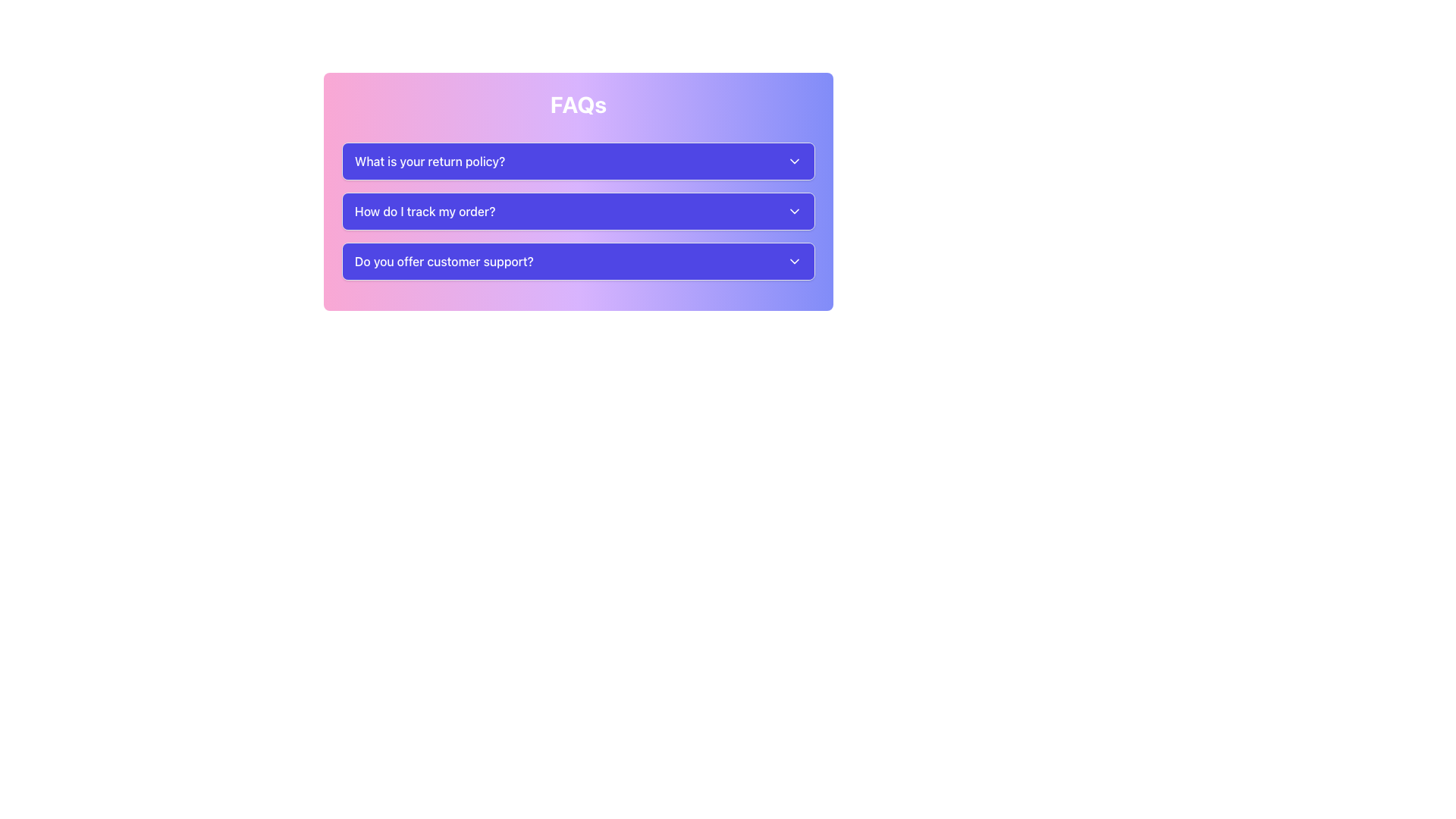 The height and width of the screenshot is (819, 1456). I want to click on the text label displaying 'Do you offer customer support?' that is positioned at the bottom of the FAQs section with a blue background, so click(443, 260).